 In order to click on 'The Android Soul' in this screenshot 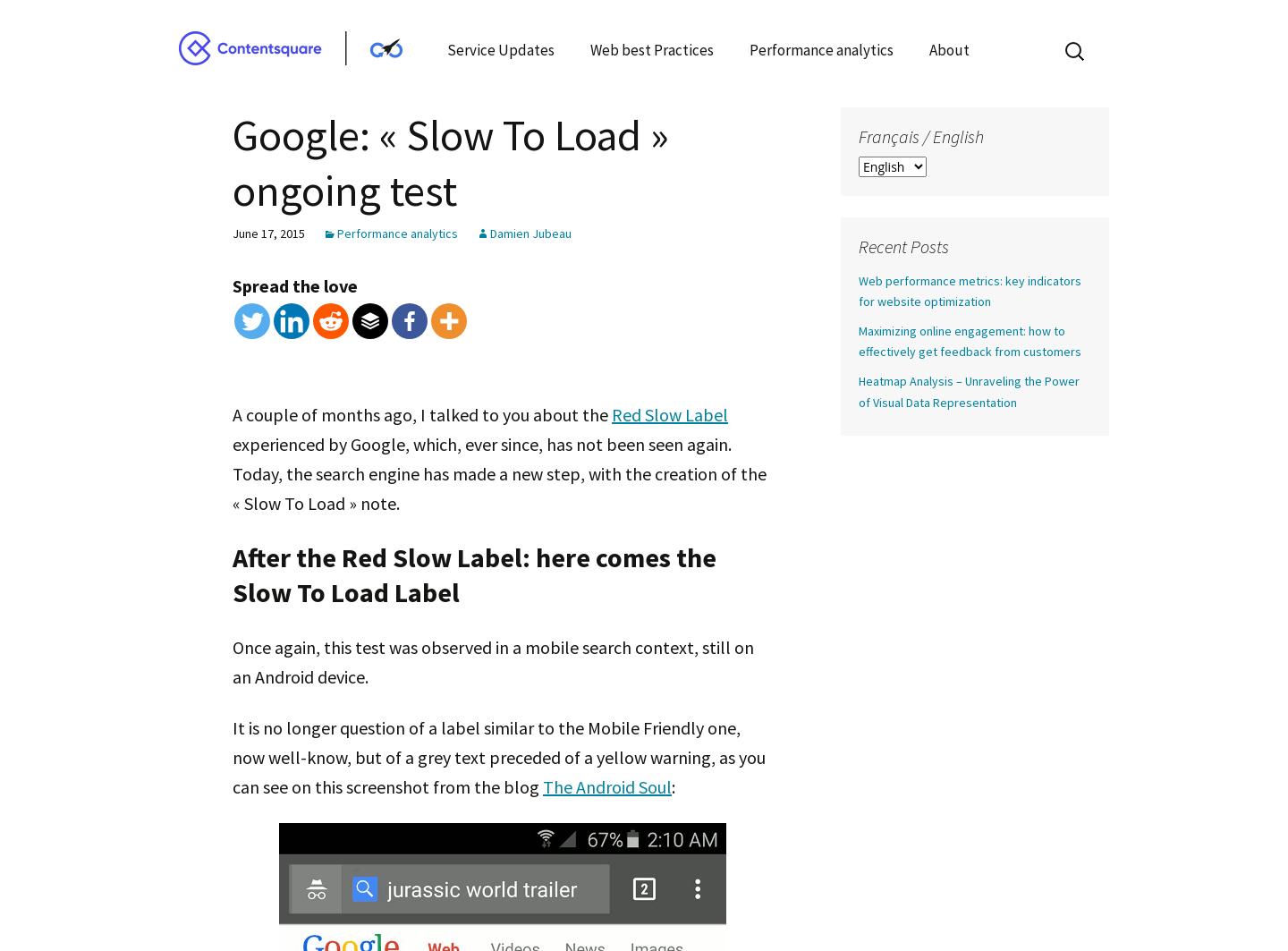, I will do `click(541, 785)`.